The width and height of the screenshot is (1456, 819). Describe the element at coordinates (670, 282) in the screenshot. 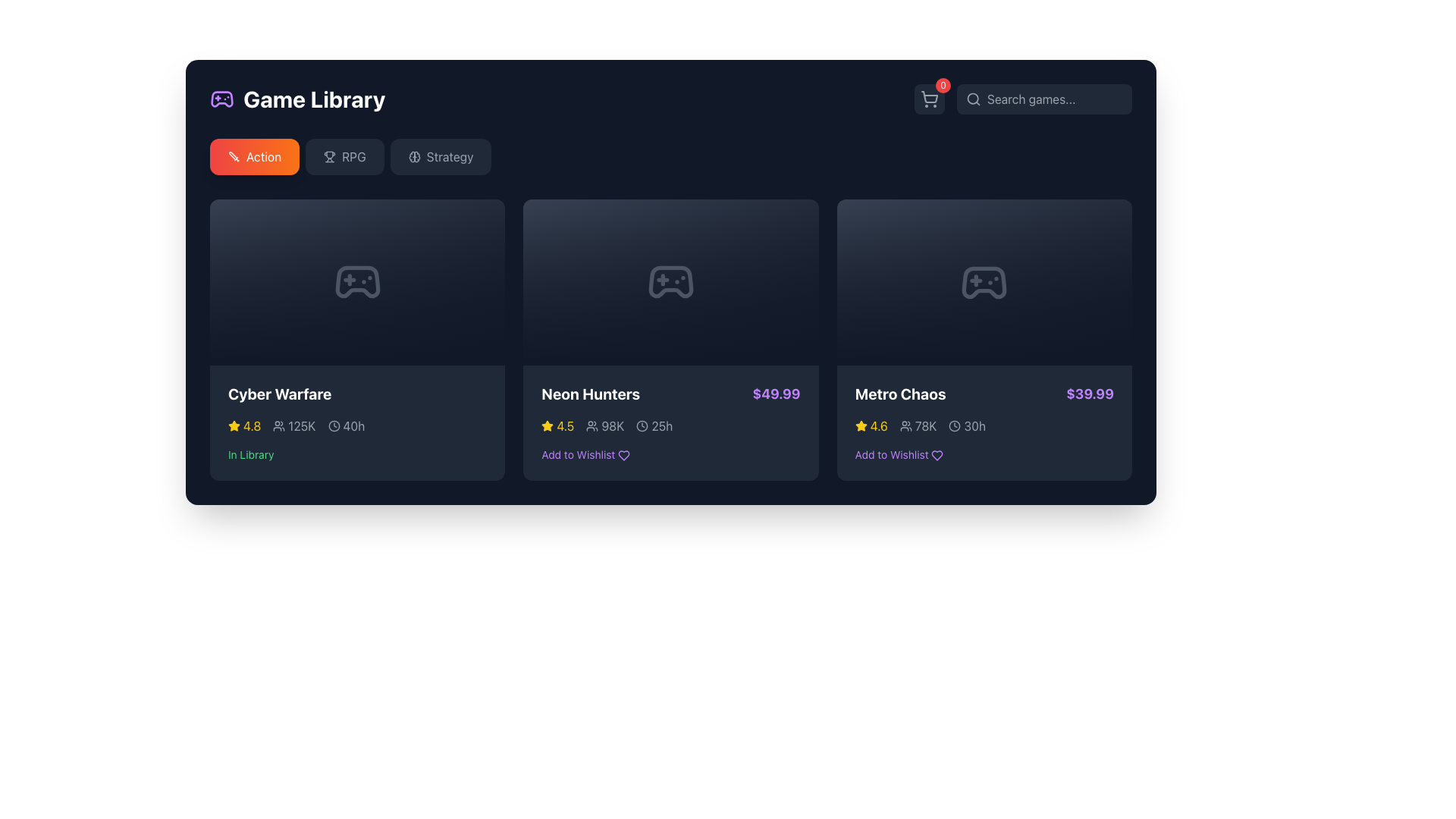

I see `the gaming-related icon located in the central card of a three-card horizontal row layout, positioned above the text 'Neon Hunters'` at that location.